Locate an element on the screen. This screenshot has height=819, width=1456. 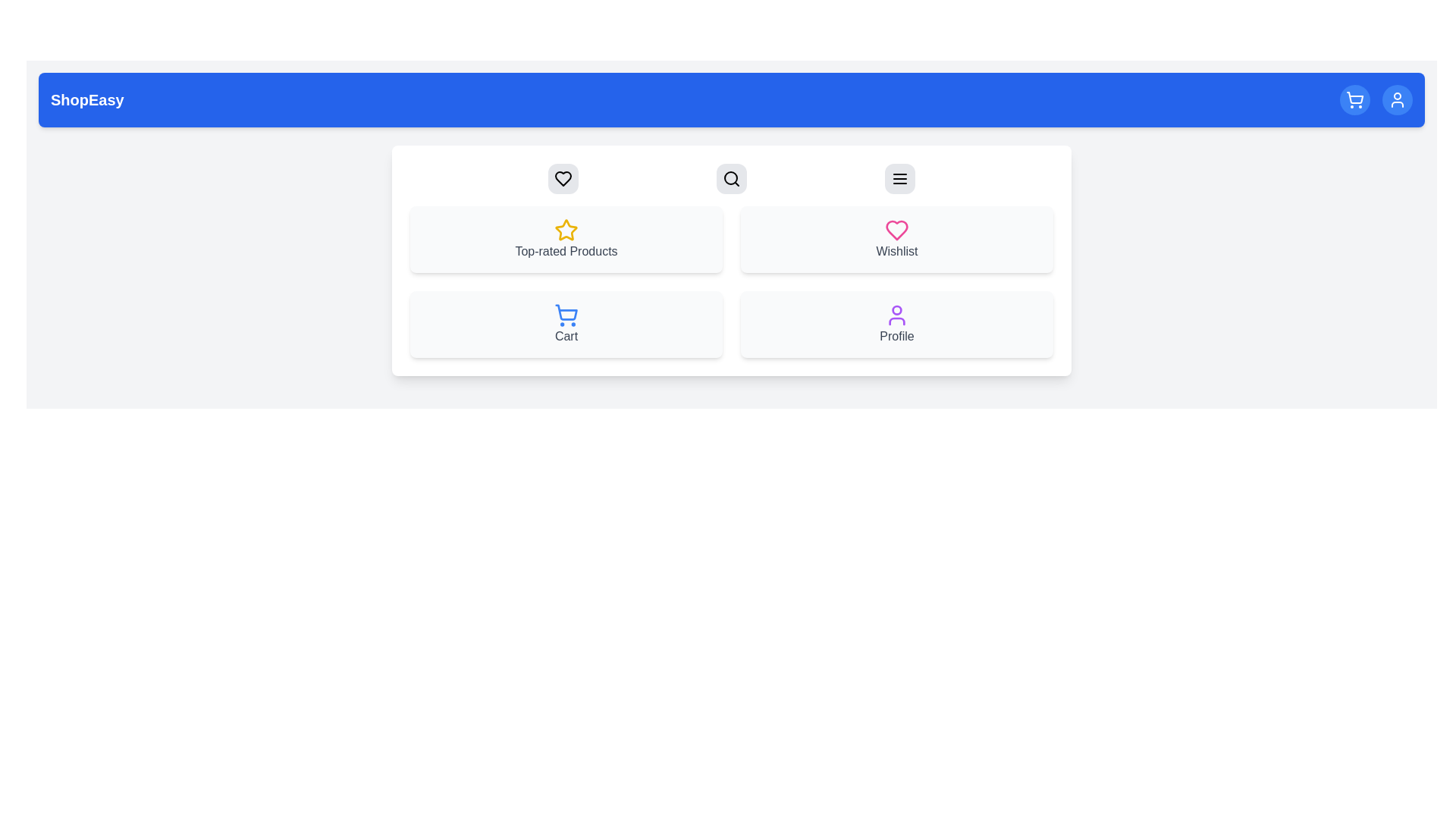
the star icon located in the top-left rectangular box above the text 'Top-rated Products' is located at coordinates (566, 231).